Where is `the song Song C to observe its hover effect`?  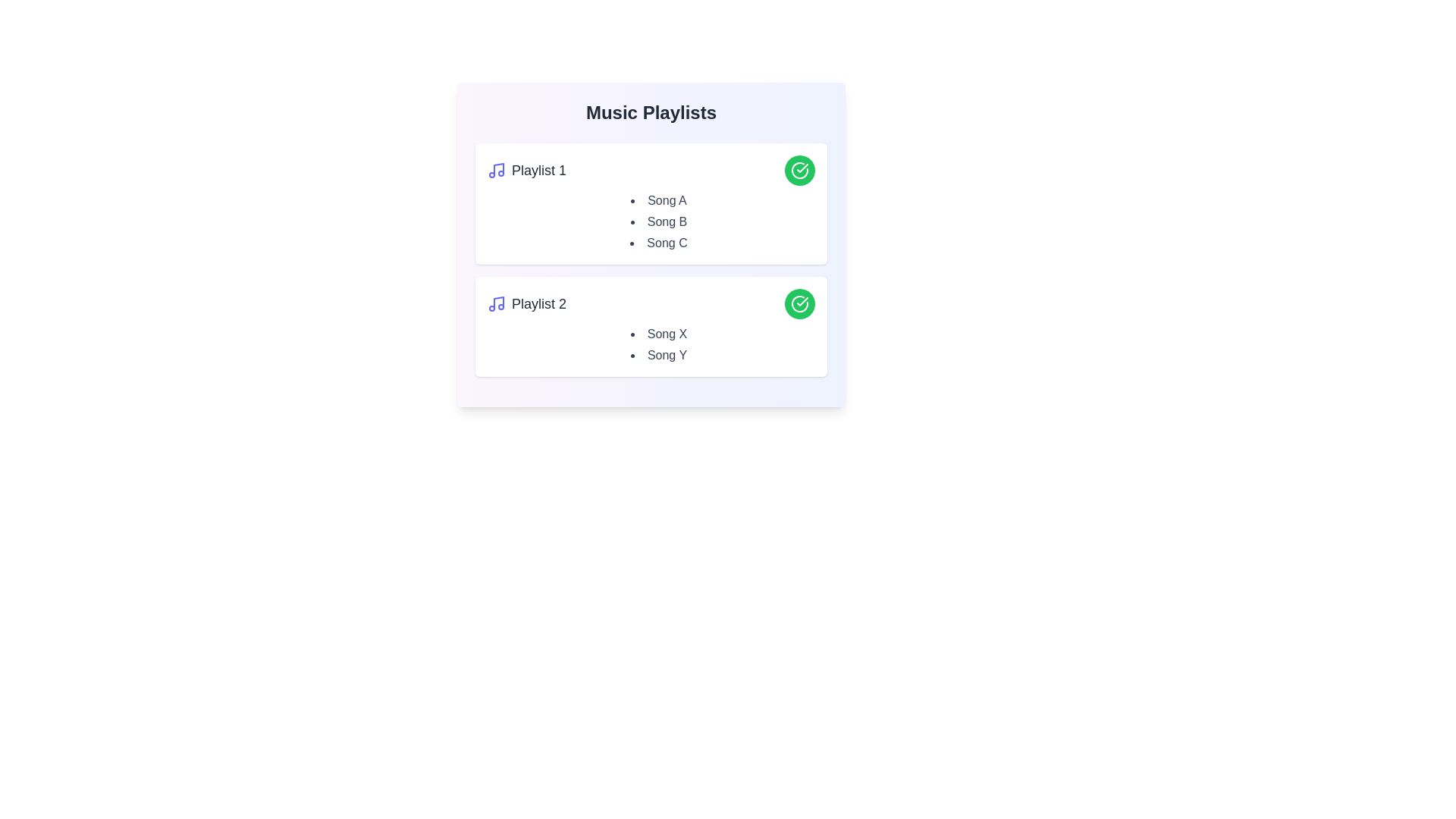 the song Song C to observe its hover effect is located at coordinates (658, 242).